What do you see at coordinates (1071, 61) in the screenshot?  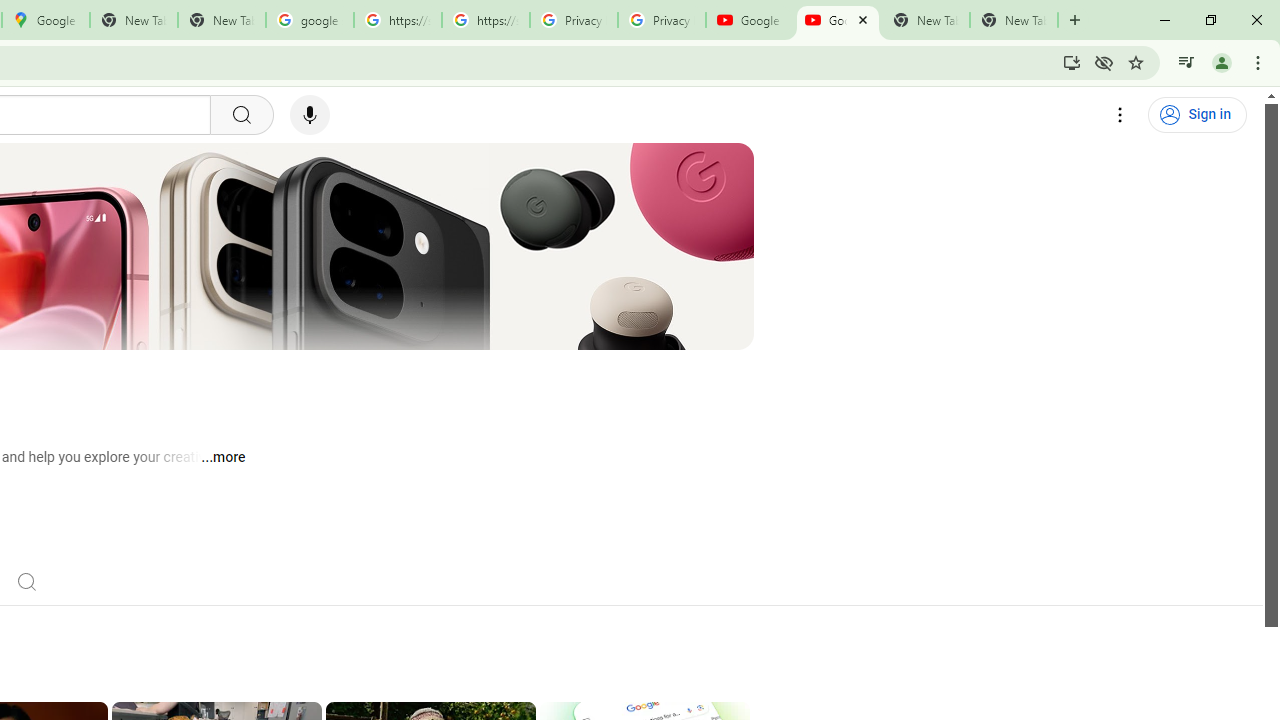 I see `'Install YouTube'` at bounding box center [1071, 61].